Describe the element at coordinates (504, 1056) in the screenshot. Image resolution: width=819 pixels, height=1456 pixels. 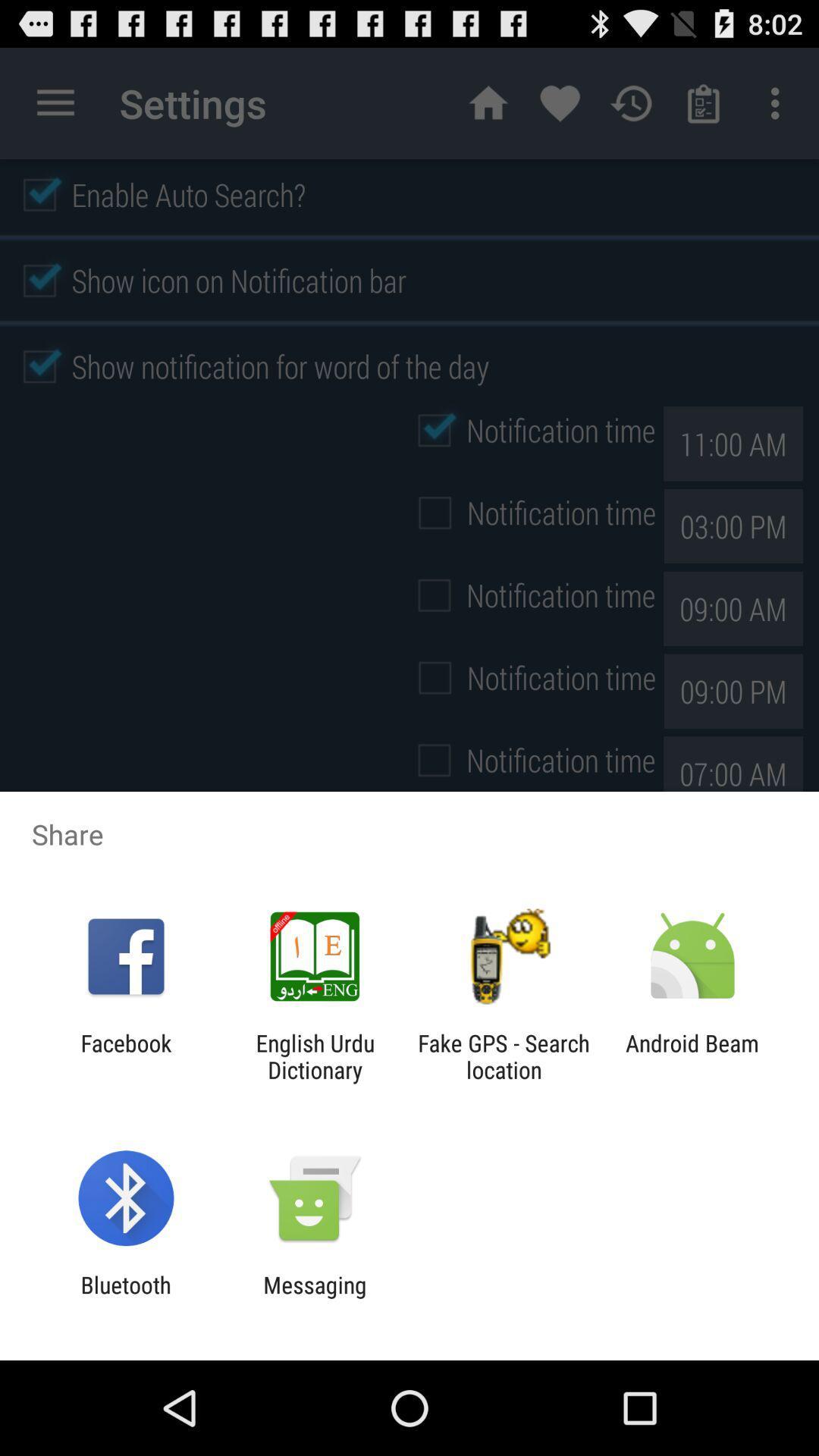
I see `the fake gps search` at that location.